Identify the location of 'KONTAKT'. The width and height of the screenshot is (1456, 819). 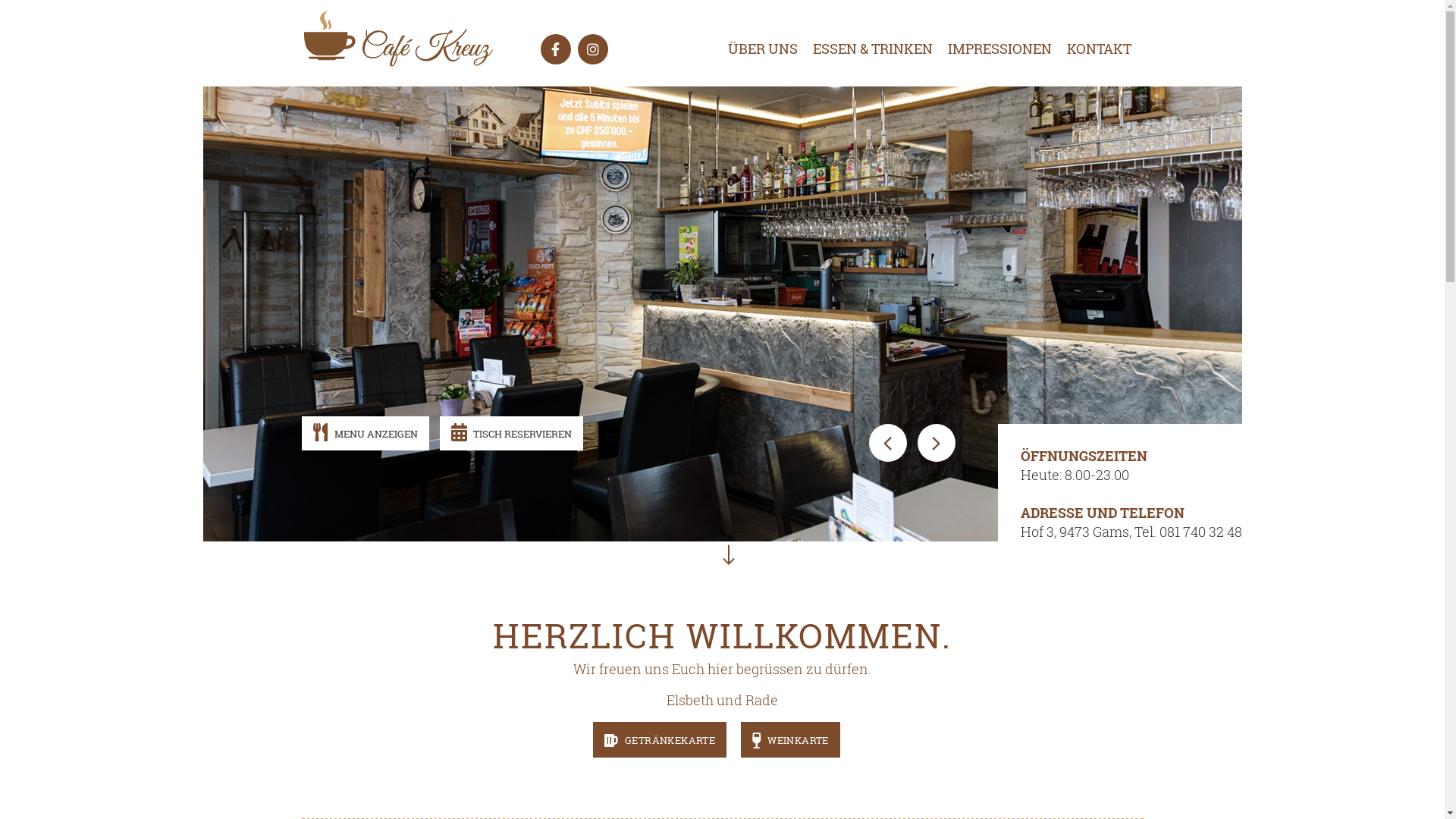
(1090, 48).